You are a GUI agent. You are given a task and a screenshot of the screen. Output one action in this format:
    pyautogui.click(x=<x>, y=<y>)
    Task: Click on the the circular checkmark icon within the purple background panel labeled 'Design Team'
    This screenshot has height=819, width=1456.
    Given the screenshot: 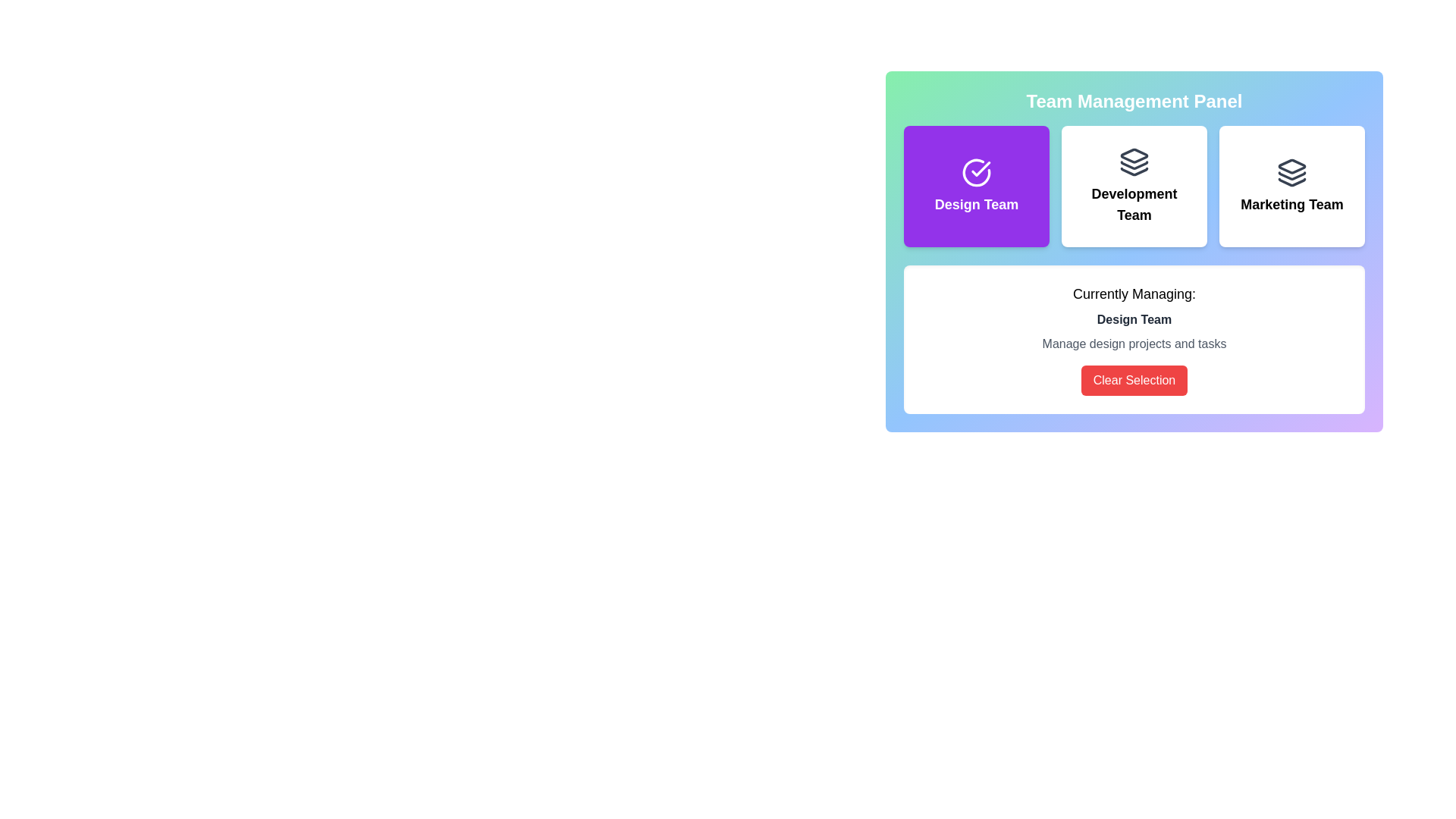 What is the action you would take?
    pyautogui.click(x=976, y=171)
    